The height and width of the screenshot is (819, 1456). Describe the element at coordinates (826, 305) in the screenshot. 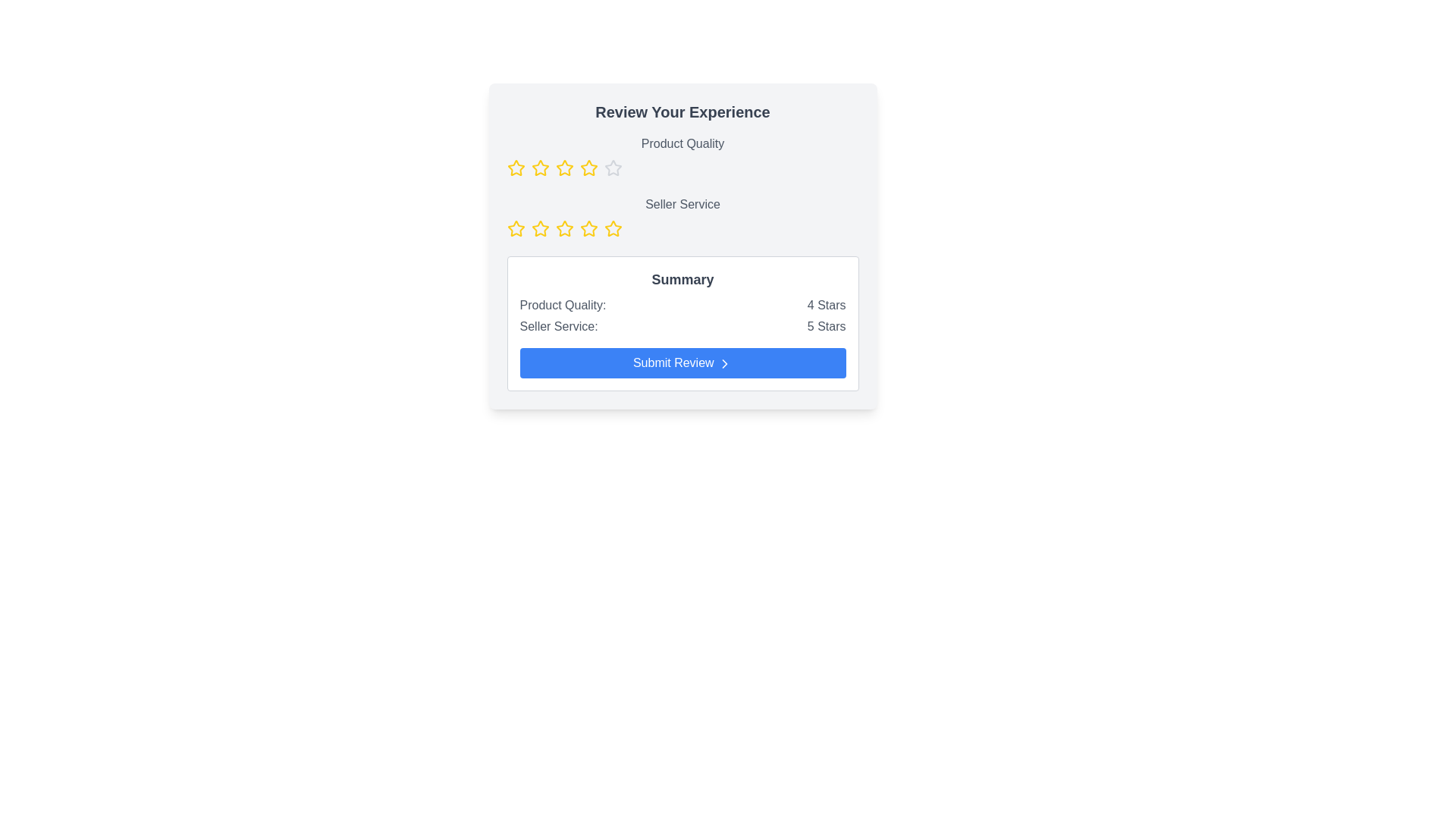

I see `the '4 Stars' text label in the 'Summary' section, which is styled in gray font and positioned to the right of the 'Product Quality:' label` at that location.